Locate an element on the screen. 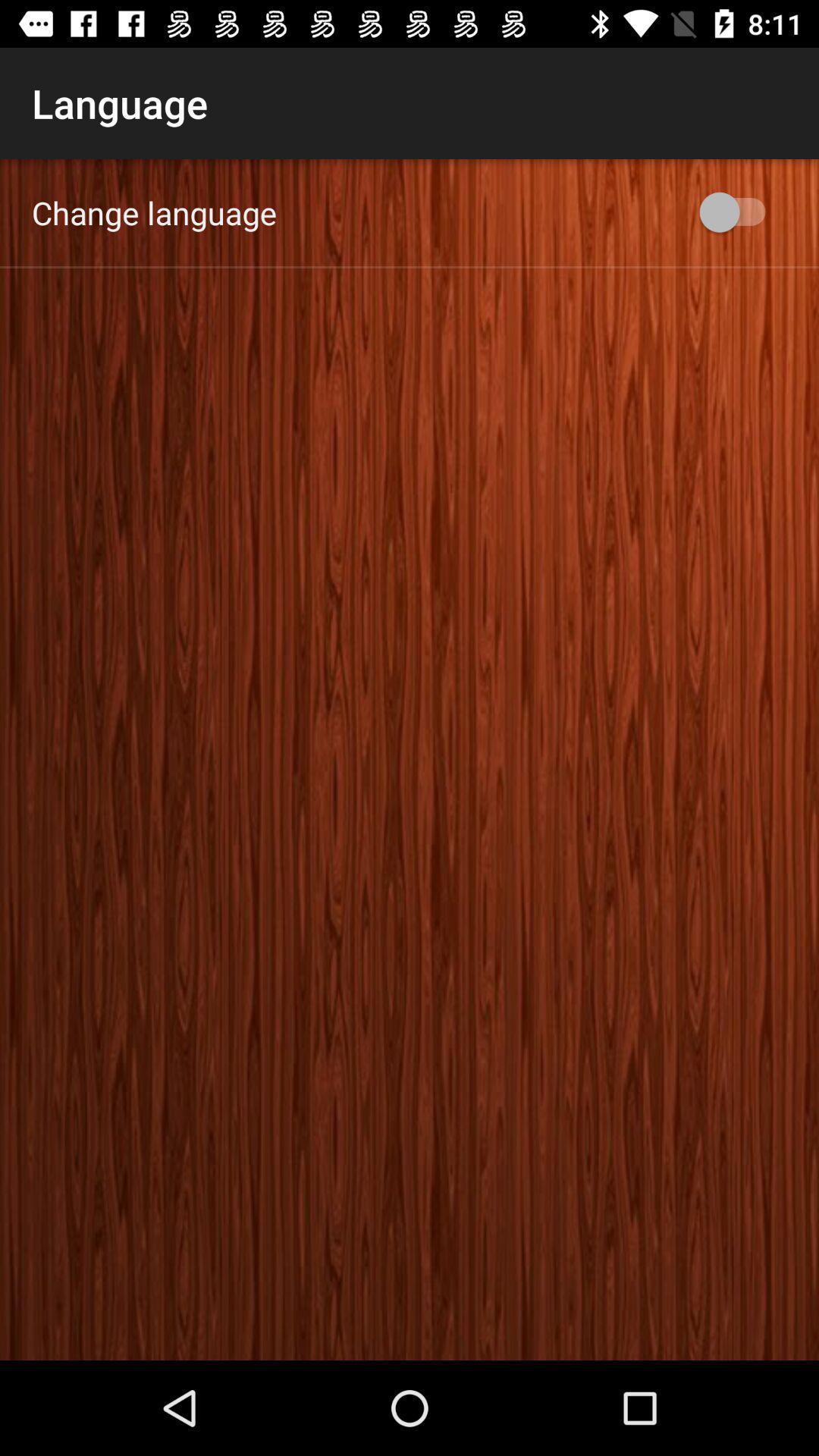  the app next to change language app is located at coordinates (739, 212).